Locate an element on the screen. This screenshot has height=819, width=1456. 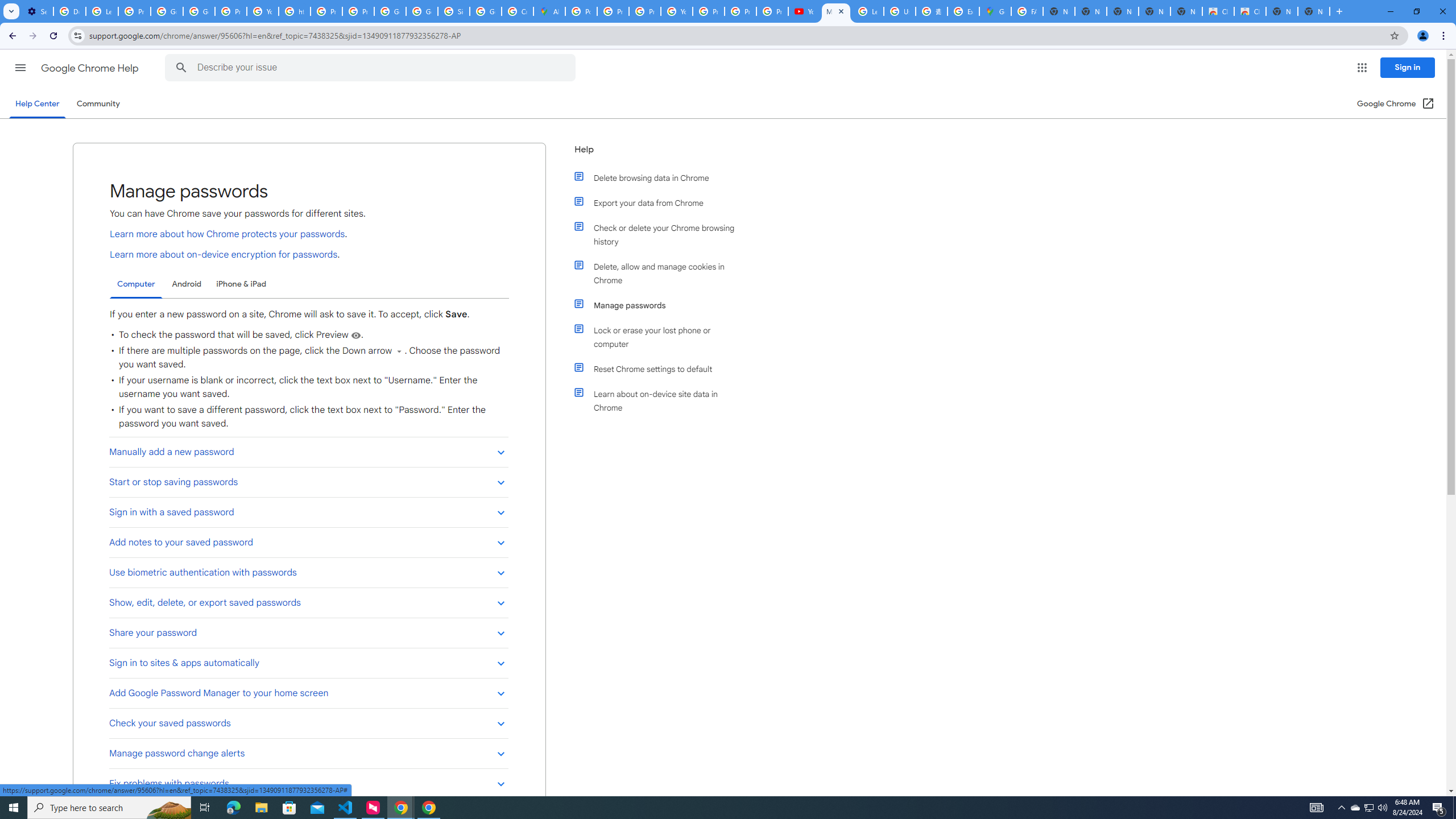
'Manage passwords - Computer - Google Chrome Help' is located at coordinates (835, 11).